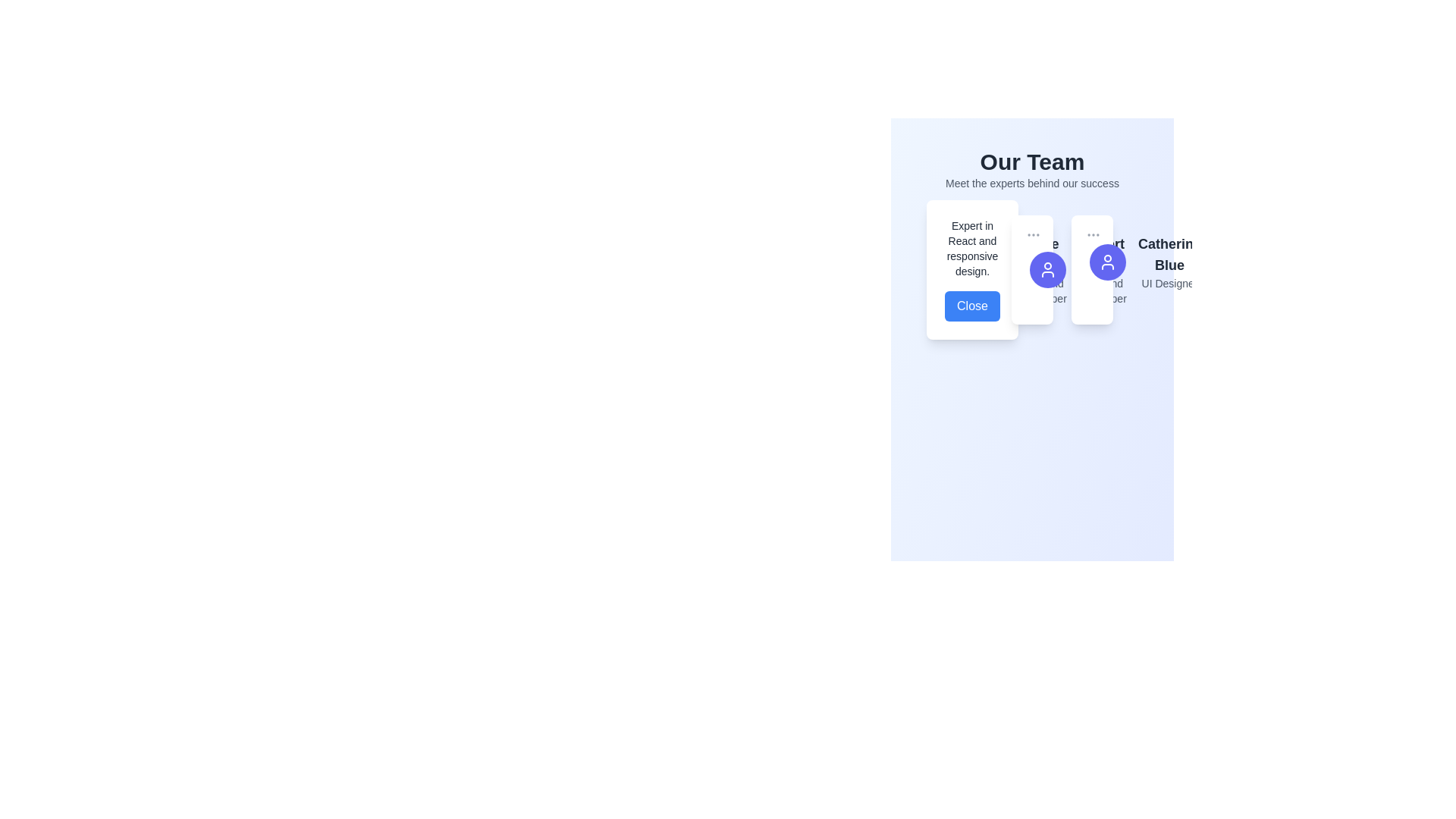  I want to click on the static text label positioned directly beneath the header 'Our Team', which provides additional detail or context to the section, so click(1031, 183).